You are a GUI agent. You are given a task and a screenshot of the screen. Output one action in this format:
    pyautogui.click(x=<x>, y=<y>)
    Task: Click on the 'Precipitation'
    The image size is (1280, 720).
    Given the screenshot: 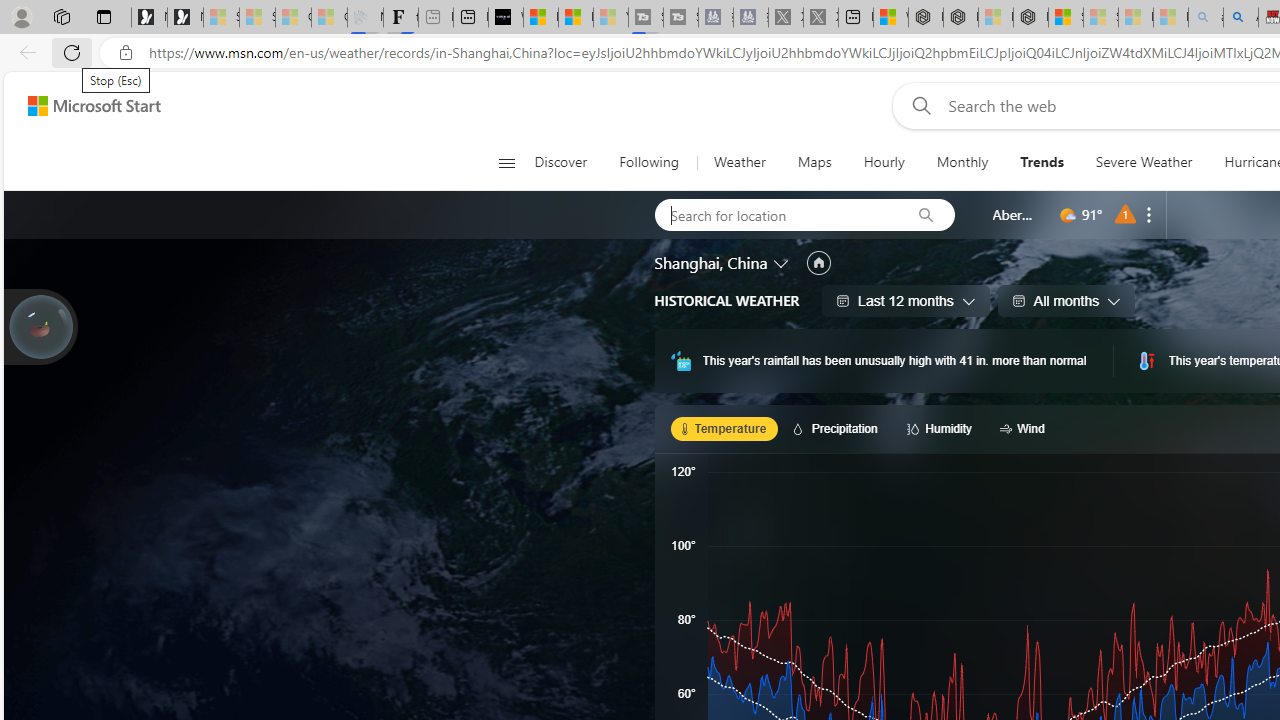 What is the action you would take?
    pyautogui.click(x=838, y=427)
    